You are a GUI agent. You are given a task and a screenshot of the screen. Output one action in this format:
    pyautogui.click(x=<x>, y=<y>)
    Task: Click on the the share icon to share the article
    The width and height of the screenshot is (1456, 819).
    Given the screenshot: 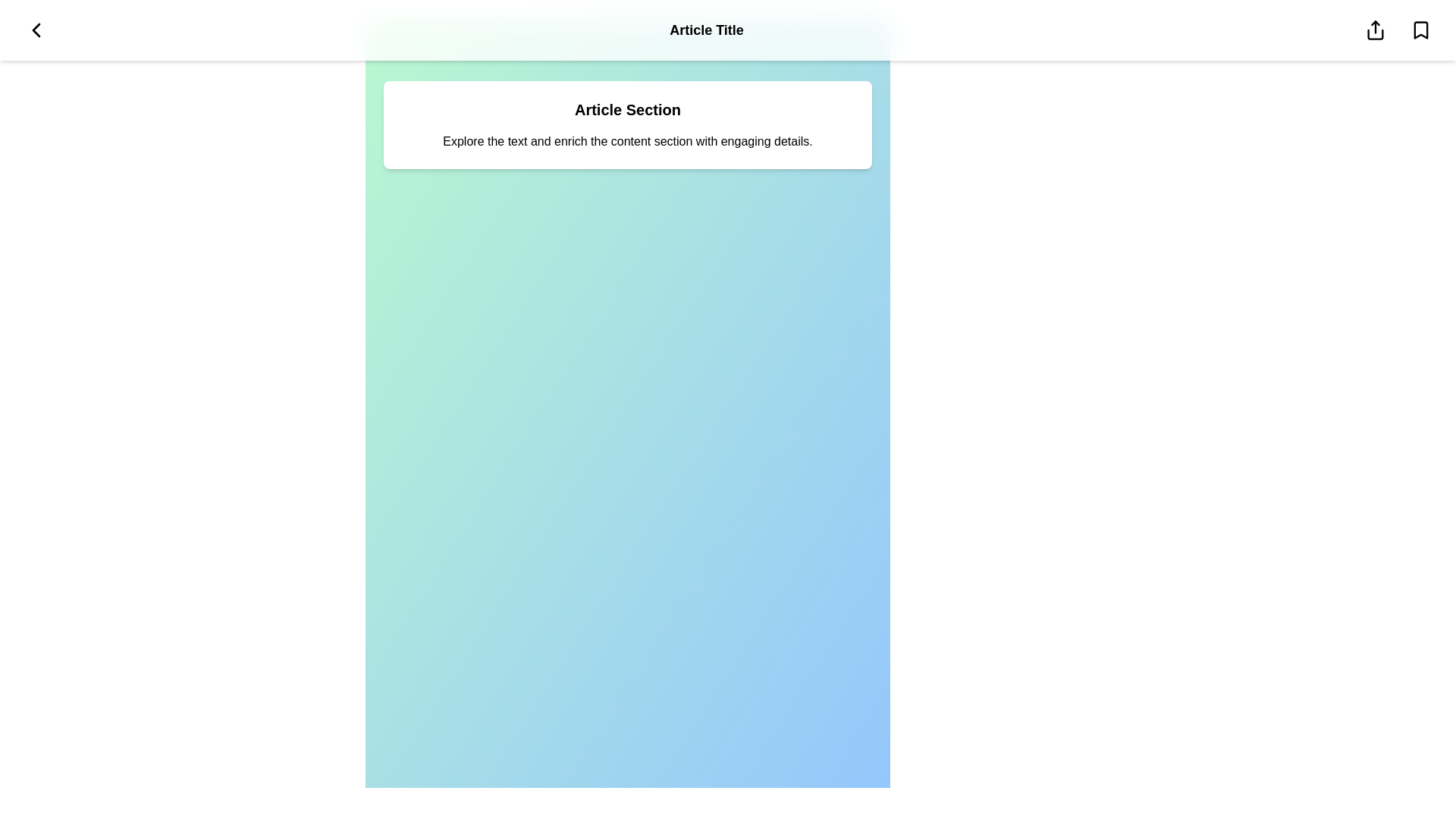 What is the action you would take?
    pyautogui.click(x=1376, y=30)
    